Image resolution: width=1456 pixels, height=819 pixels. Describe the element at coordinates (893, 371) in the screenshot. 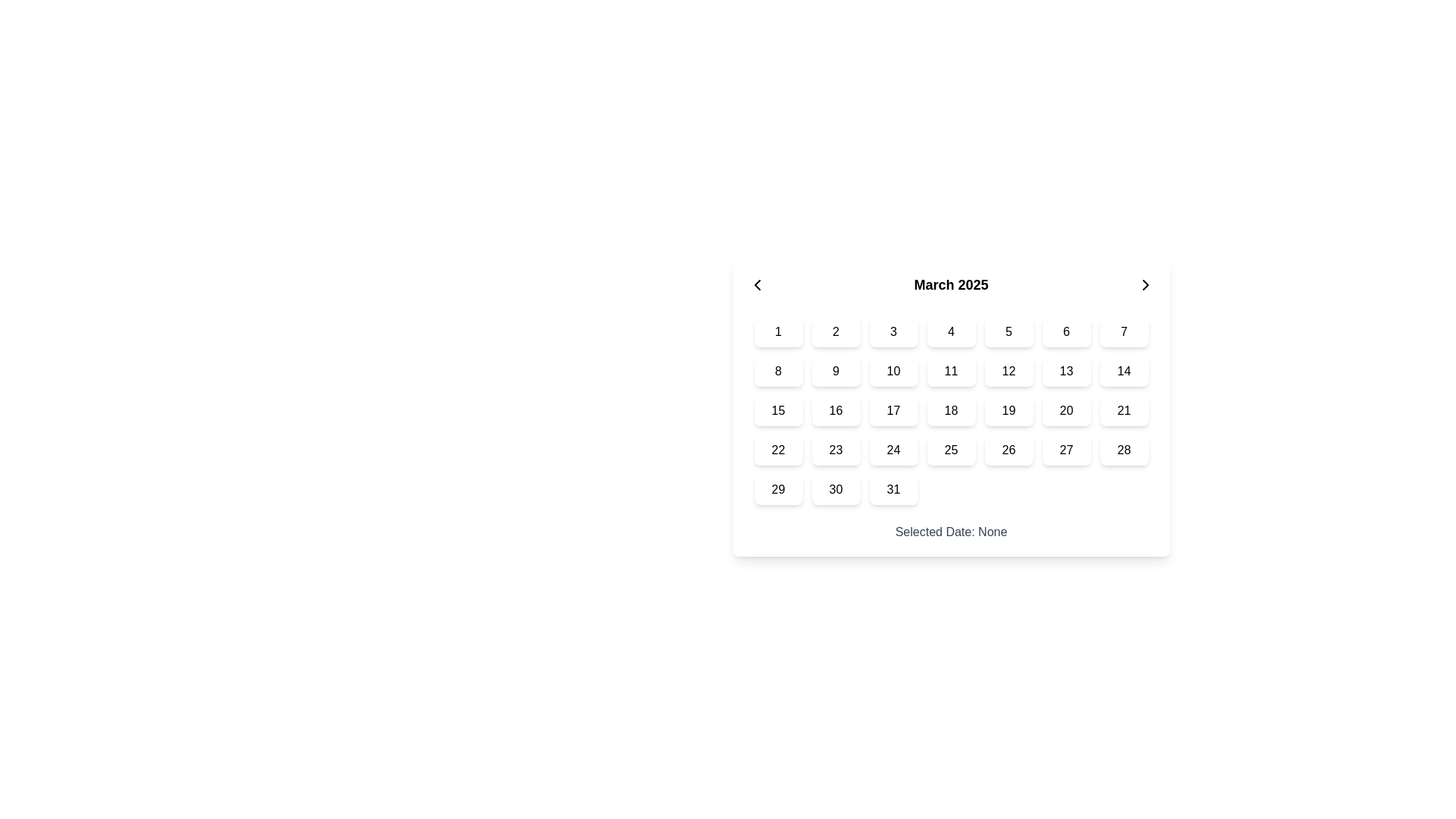

I see `the rounded rectangular button labeled '10' in the second row and third column of the grid` at that location.